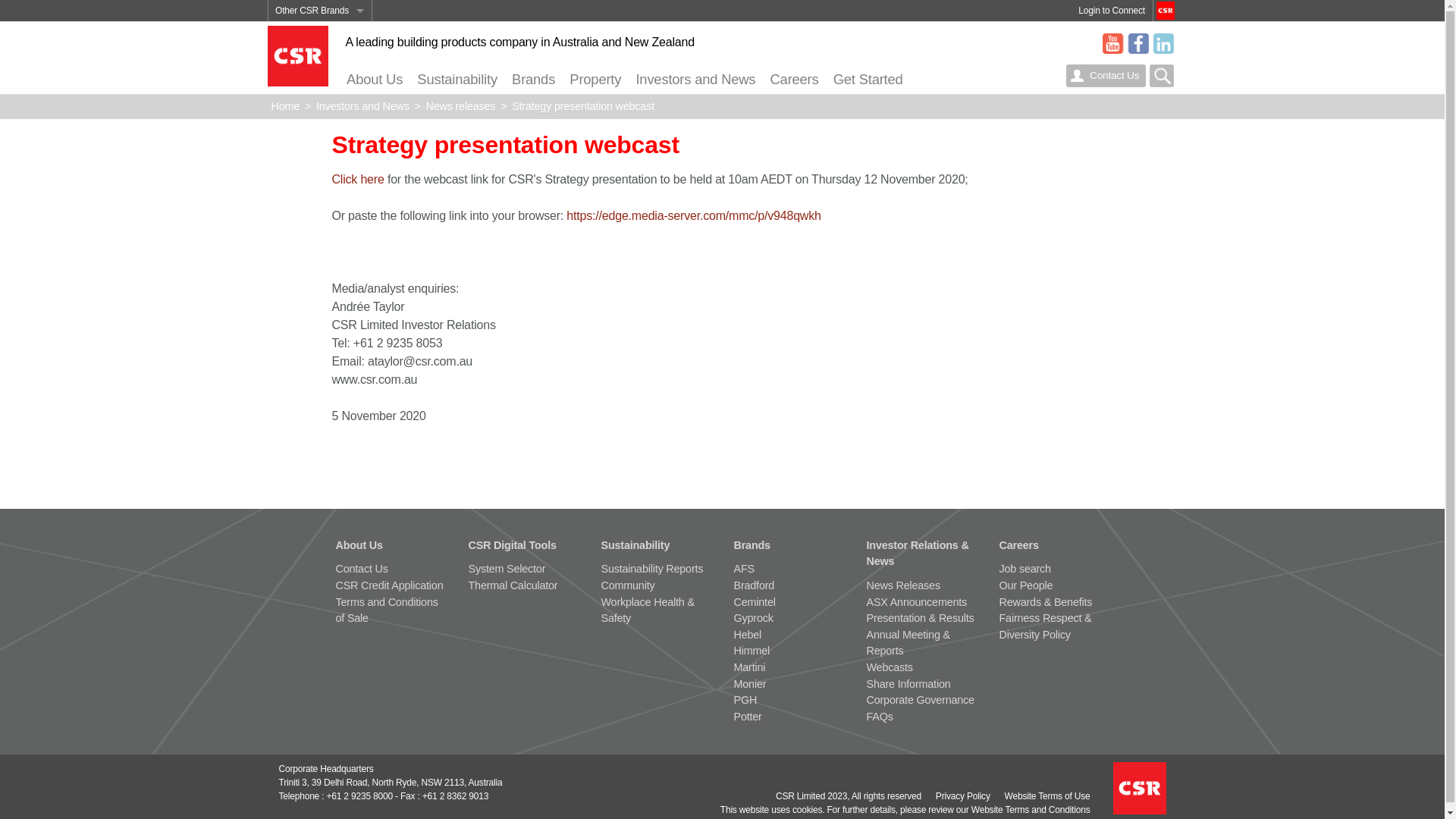  What do you see at coordinates (916, 553) in the screenshot?
I see `'Investor Relations & News'` at bounding box center [916, 553].